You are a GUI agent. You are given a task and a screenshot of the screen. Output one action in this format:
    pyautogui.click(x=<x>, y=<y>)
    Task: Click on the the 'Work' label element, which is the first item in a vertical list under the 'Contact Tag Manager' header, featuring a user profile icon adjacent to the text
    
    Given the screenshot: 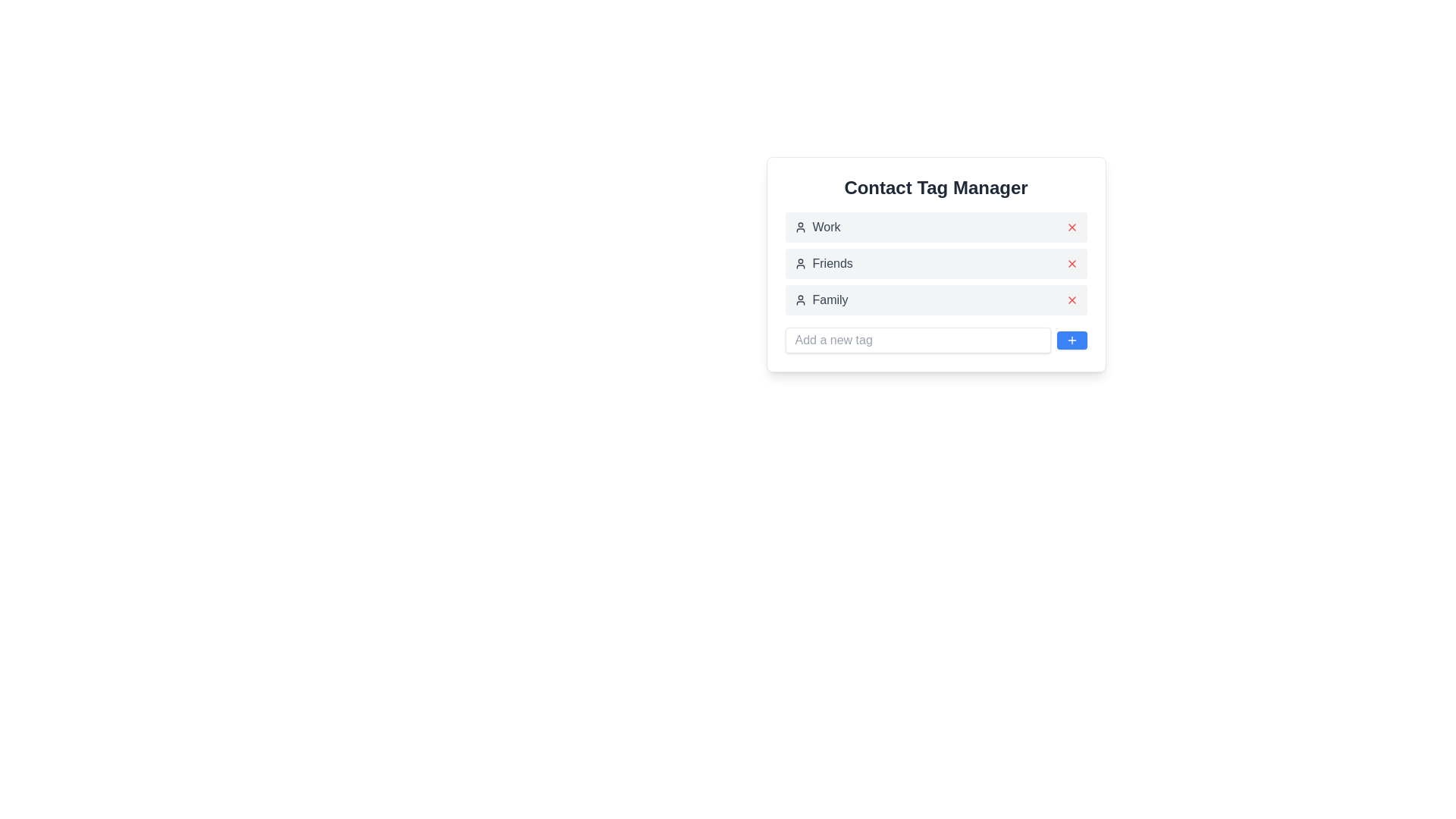 What is the action you would take?
    pyautogui.click(x=817, y=227)
    